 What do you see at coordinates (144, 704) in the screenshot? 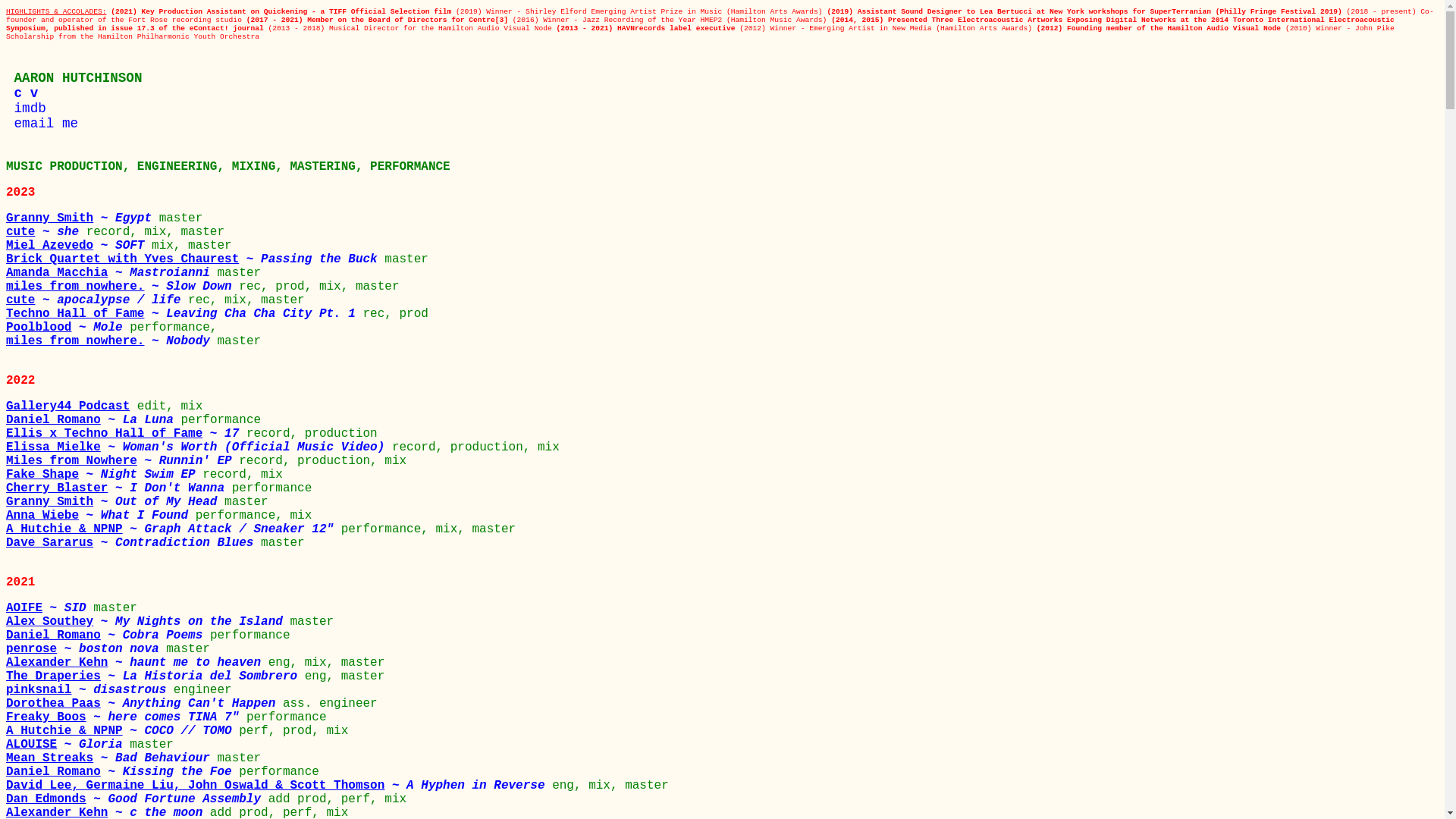
I see `'Dorothea Paas ~ Anything Can't Happen'` at bounding box center [144, 704].